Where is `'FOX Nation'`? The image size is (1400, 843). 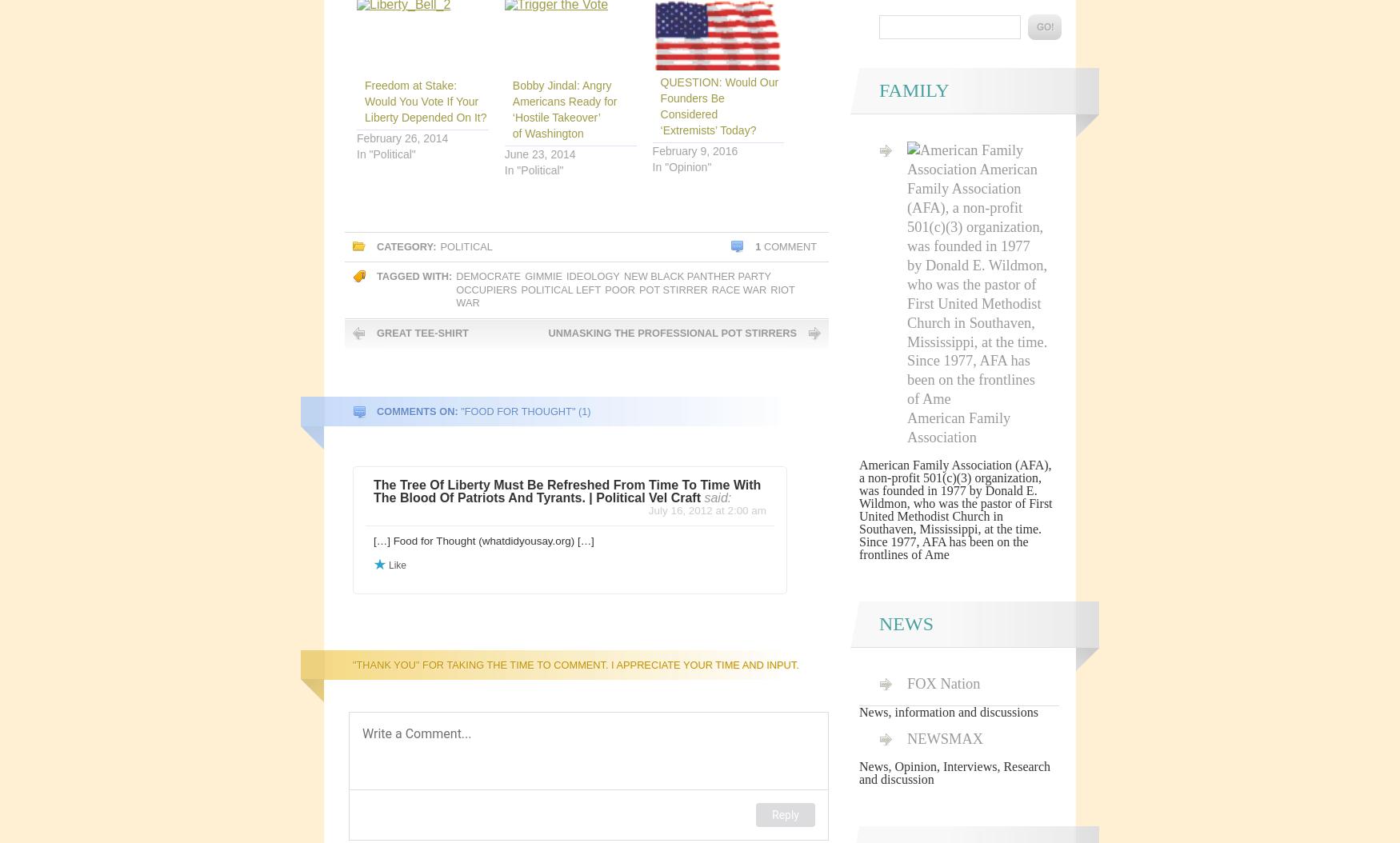 'FOX Nation' is located at coordinates (906, 682).